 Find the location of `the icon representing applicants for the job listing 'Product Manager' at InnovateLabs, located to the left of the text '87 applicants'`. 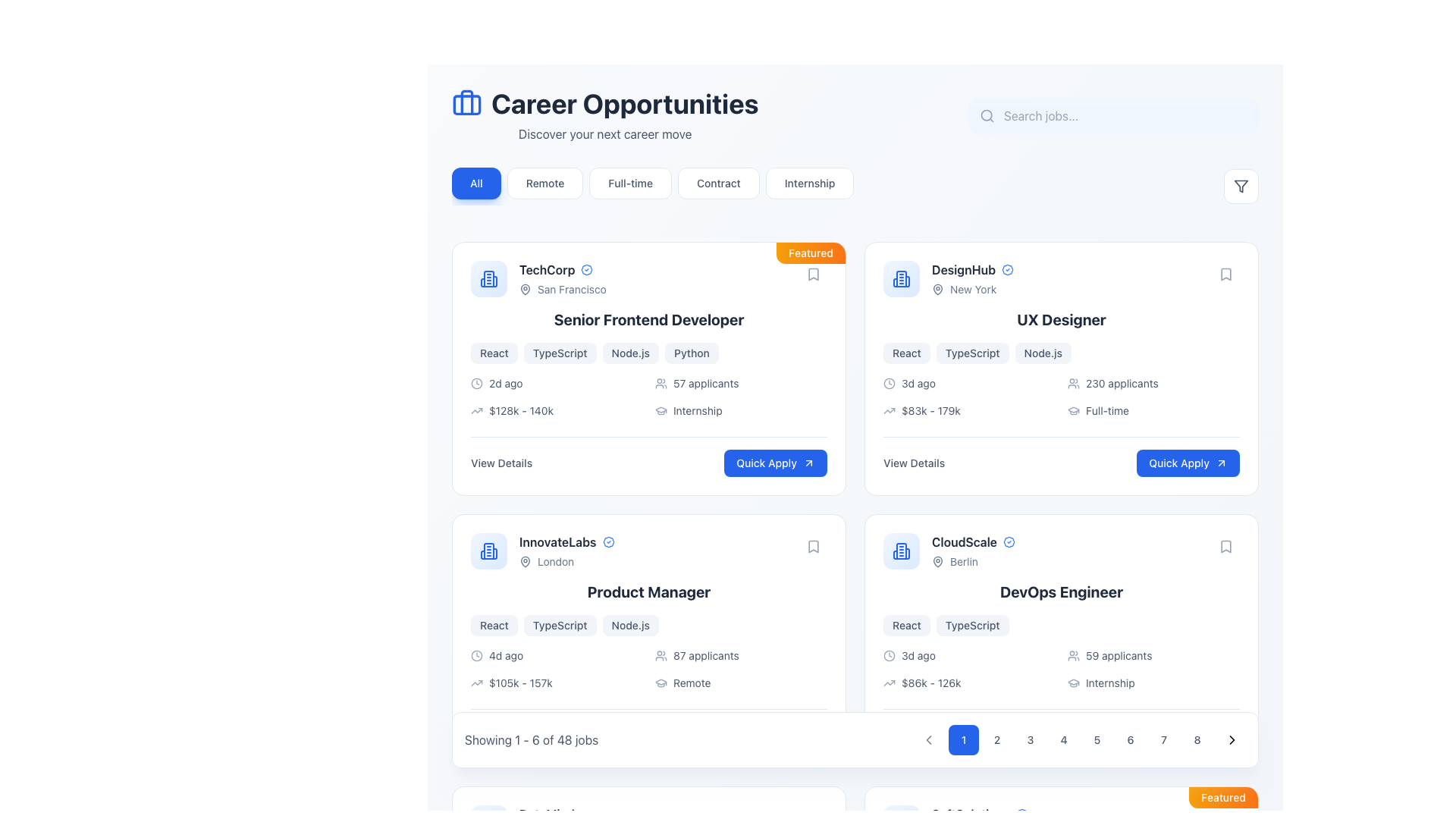

the icon representing applicants for the job listing 'Product Manager' at InnovateLabs, located to the left of the text '87 applicants' is located at coordinates (661, 654).